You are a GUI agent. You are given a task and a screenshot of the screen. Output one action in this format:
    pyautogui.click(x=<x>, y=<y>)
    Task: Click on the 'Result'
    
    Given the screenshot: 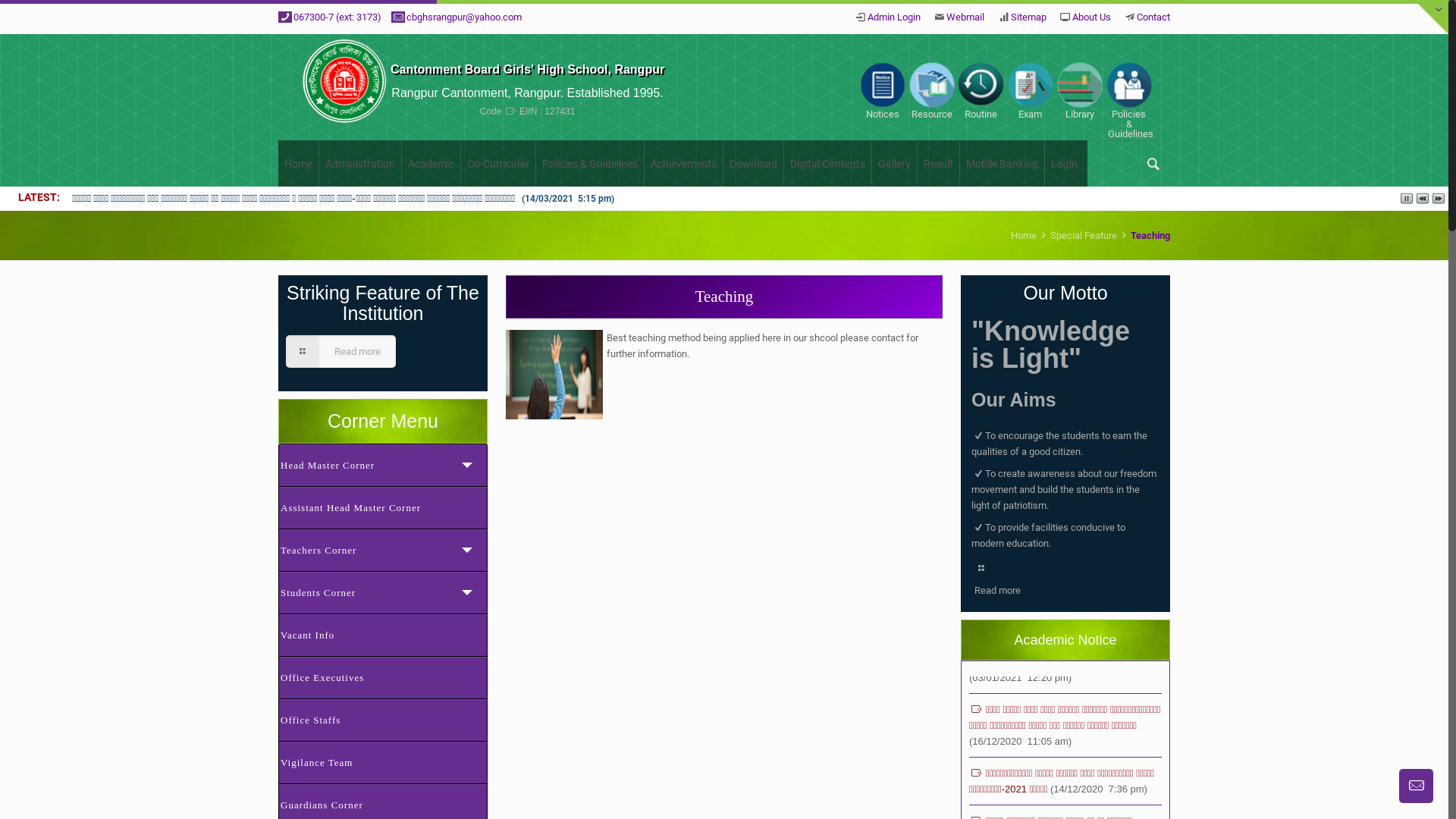 What is the action you would take?
    pyautogui.click(x=916, y=164)
    